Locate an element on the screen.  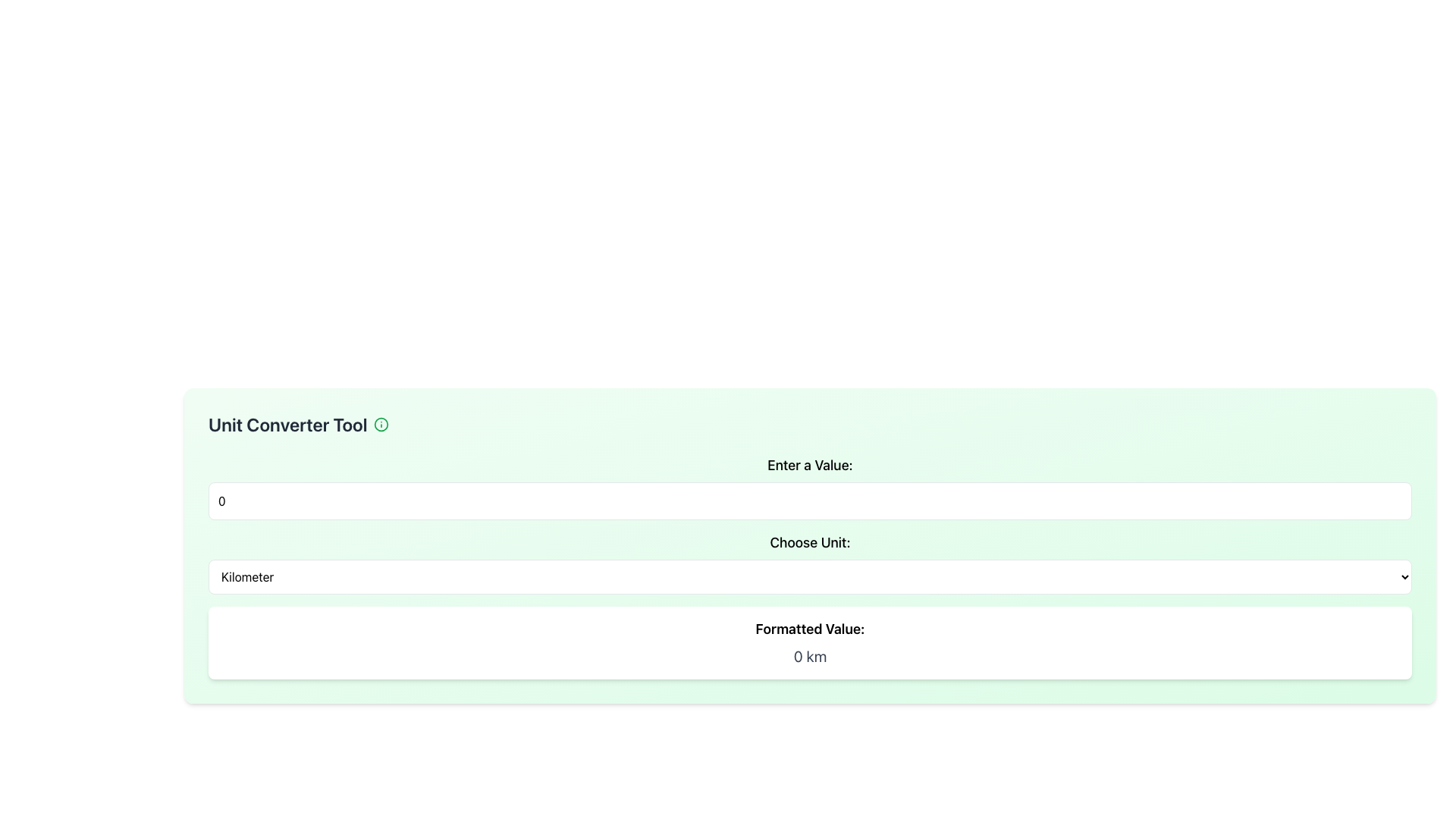
the dropdown menu displaying 'Kilometer' is located at coordinates (809, 576).